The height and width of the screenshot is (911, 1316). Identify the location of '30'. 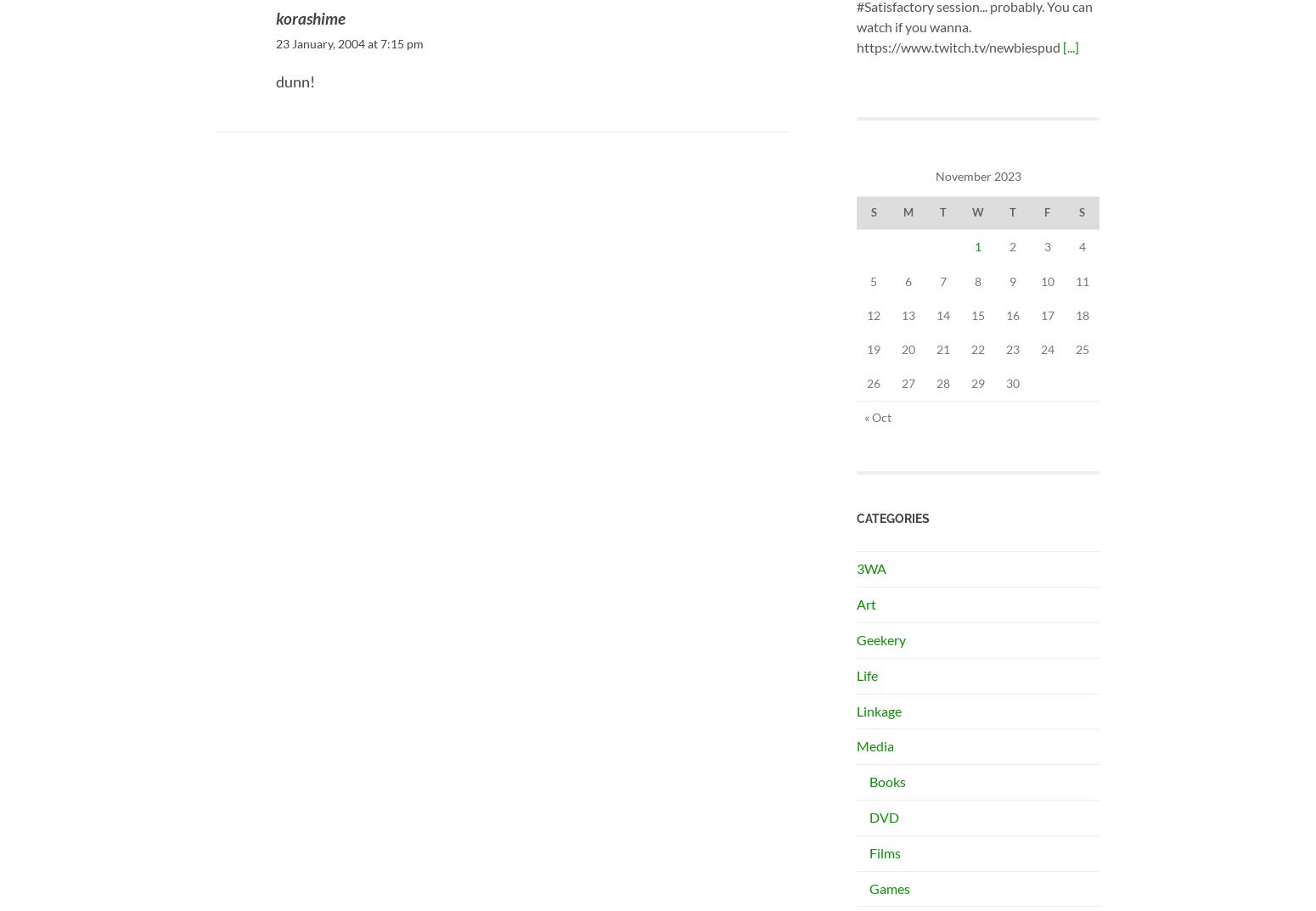
(1011, 383).